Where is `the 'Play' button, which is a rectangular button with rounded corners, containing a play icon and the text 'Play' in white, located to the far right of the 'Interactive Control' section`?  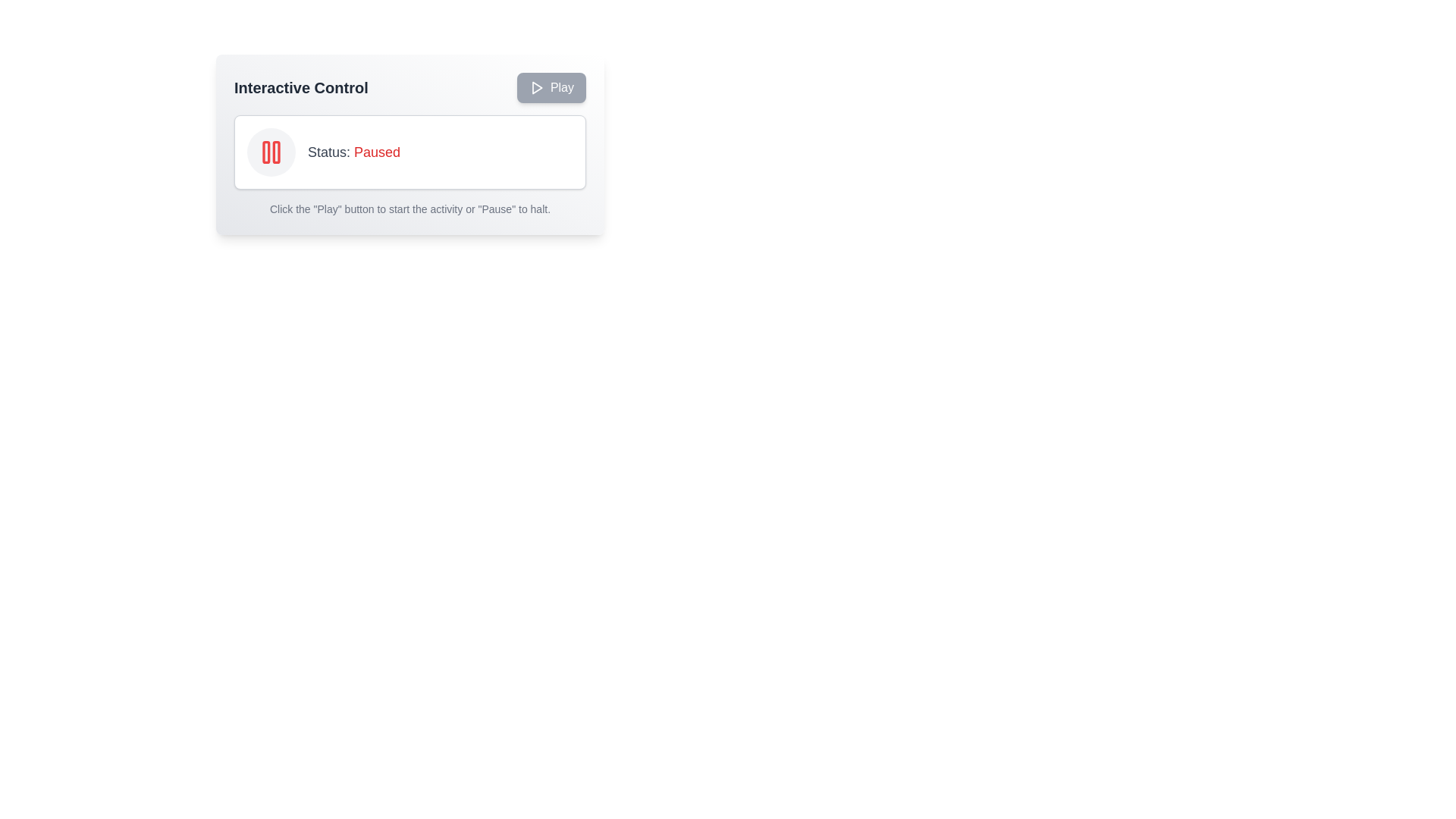 the 'Play' button, which is a rectangular button with rounded corners, containing a play icon and the text 'Play' in white, located to the far right of the 'Interactive Control' section is located at coordinates (551, 87).